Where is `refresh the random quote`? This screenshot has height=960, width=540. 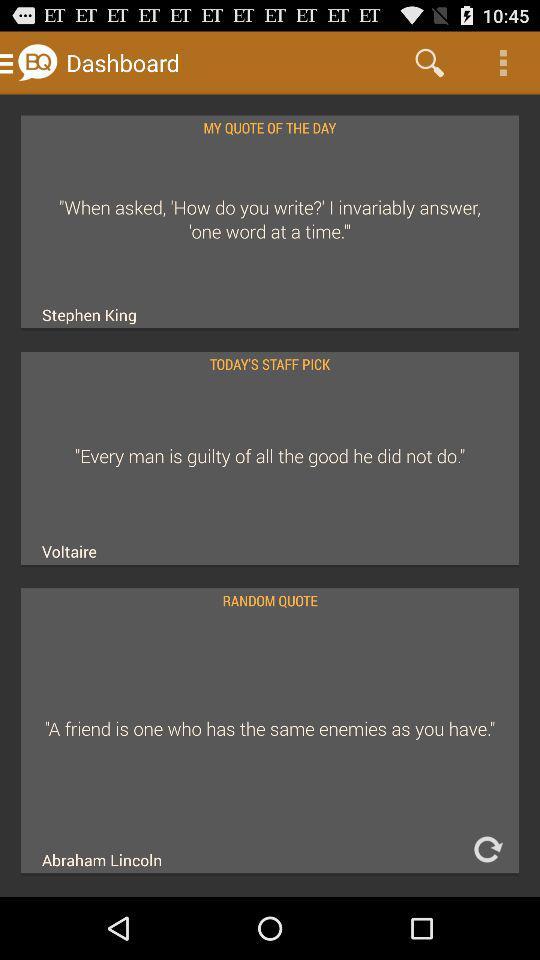
refresh the random quote is located at coordinates (486, 848).